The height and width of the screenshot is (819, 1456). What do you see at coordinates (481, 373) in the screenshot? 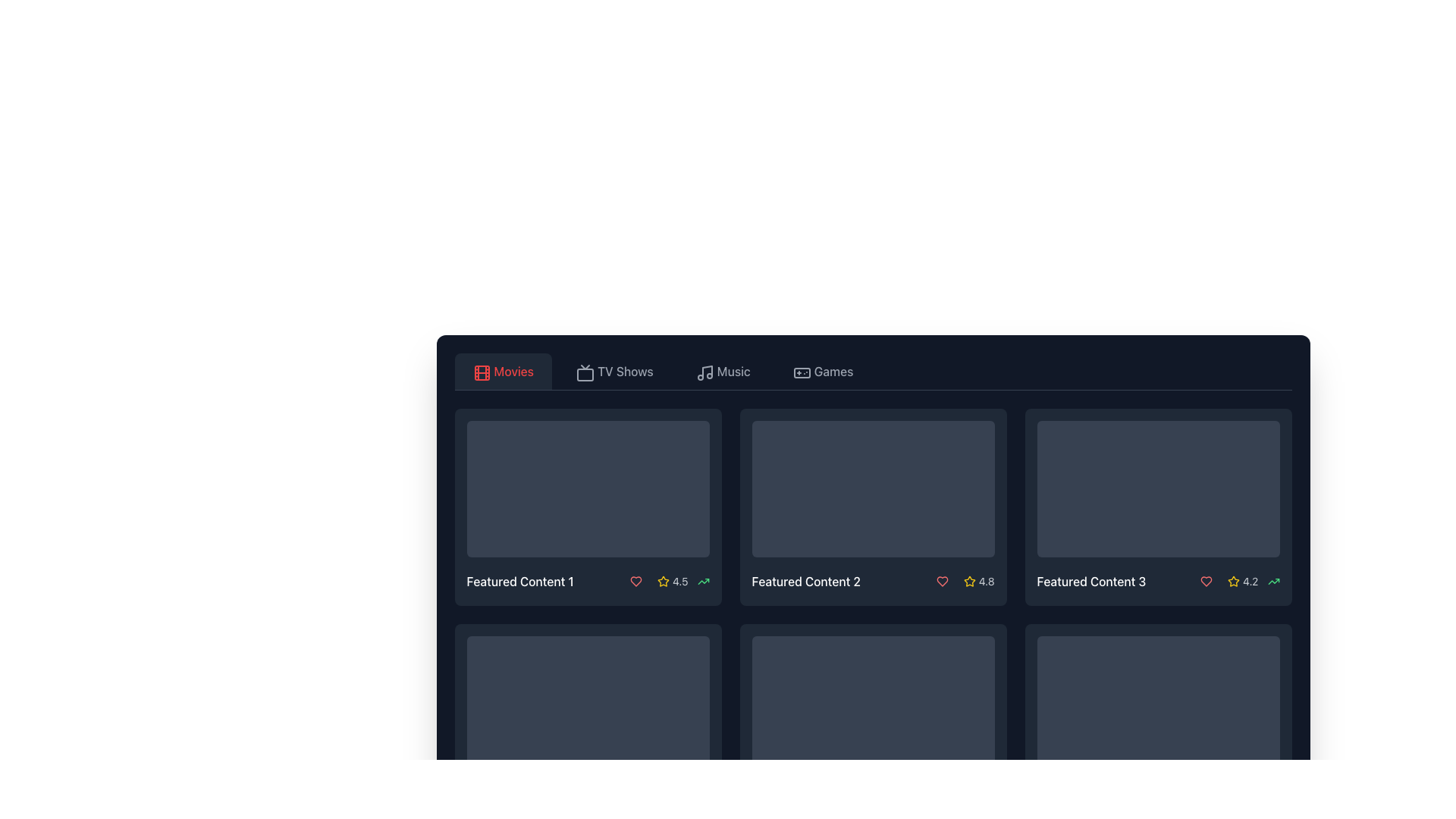
I see `the 'Movies' icon in the navigation bar` at bounding box center [481, 373].